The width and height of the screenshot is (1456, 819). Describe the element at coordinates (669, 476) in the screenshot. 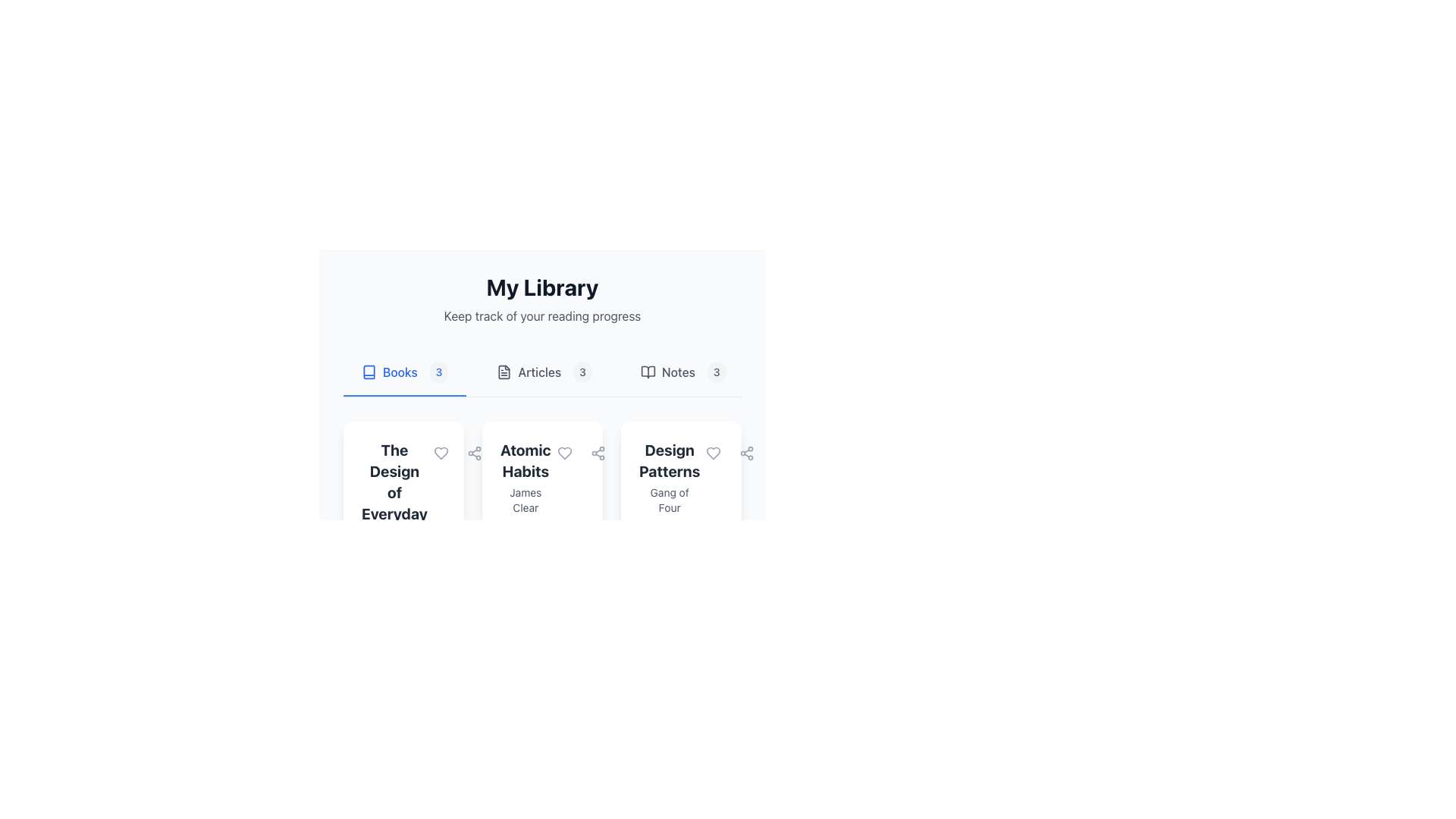

I see `textual information in the title and subtitle of the book 'Design Patterns' located on the third card in the 'Books' section of the 'My Library' interface` at that location.